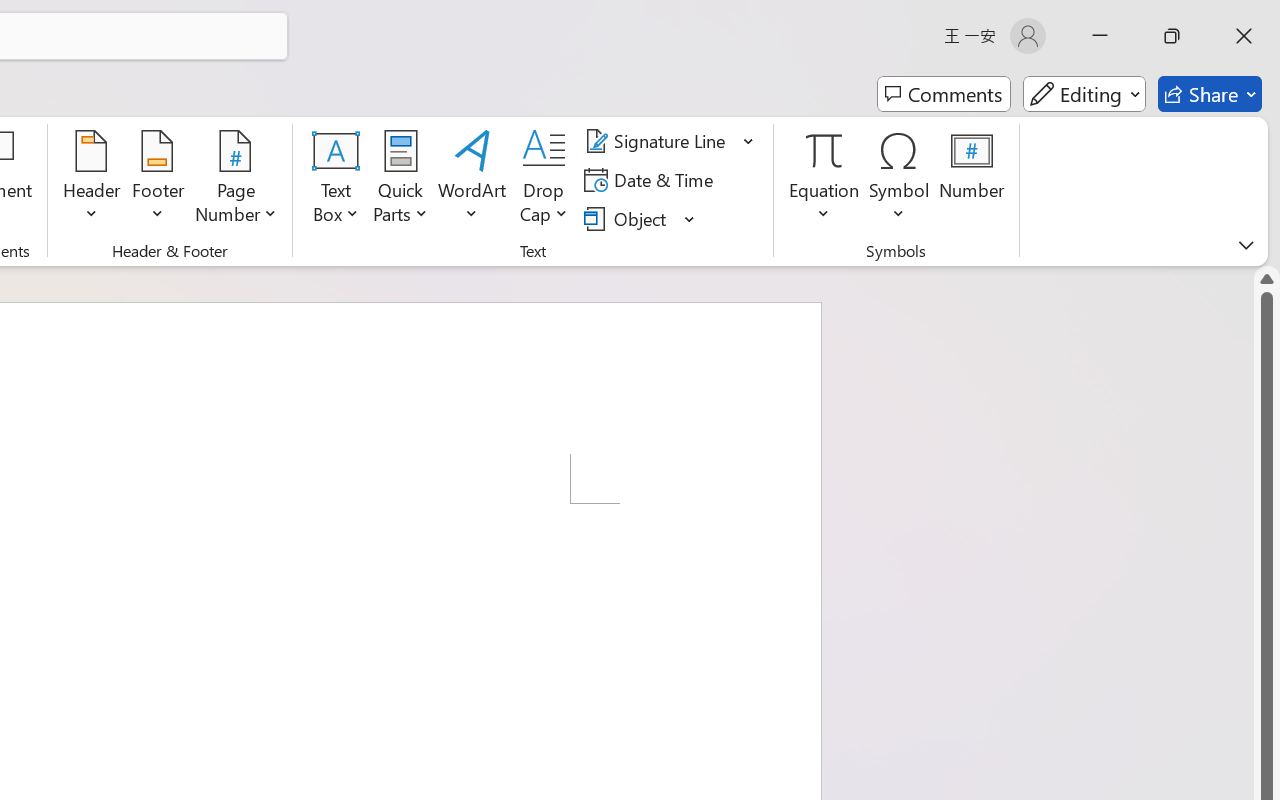 The height and width of the screenshot is (800, 1280). What do you see at coordinates (640, 218) in the screenshot?
I see `'Object...'` at bounding box center [640, 218].